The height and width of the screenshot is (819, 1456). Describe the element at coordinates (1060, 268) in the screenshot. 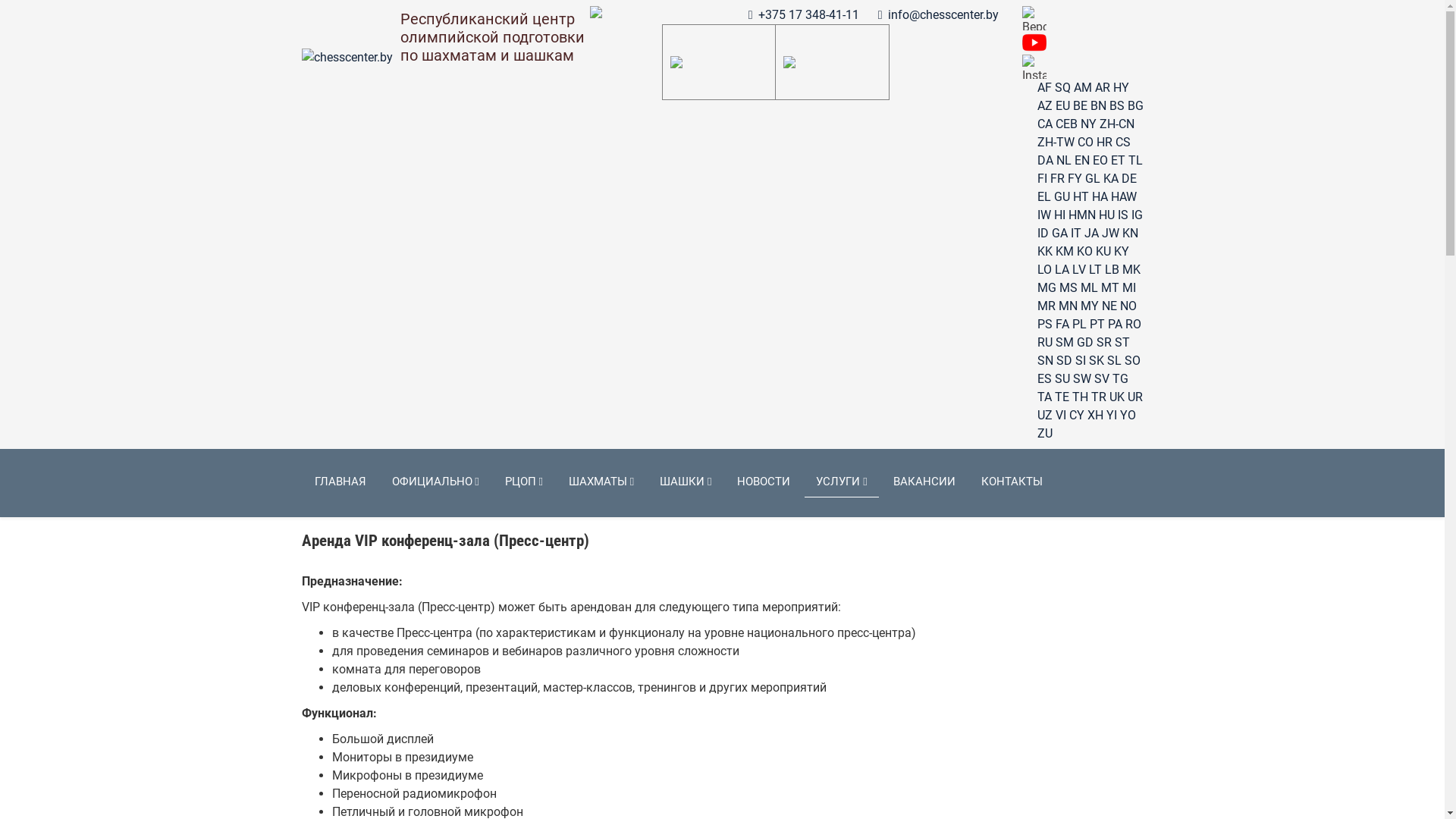

I see `'LA'` at that location.